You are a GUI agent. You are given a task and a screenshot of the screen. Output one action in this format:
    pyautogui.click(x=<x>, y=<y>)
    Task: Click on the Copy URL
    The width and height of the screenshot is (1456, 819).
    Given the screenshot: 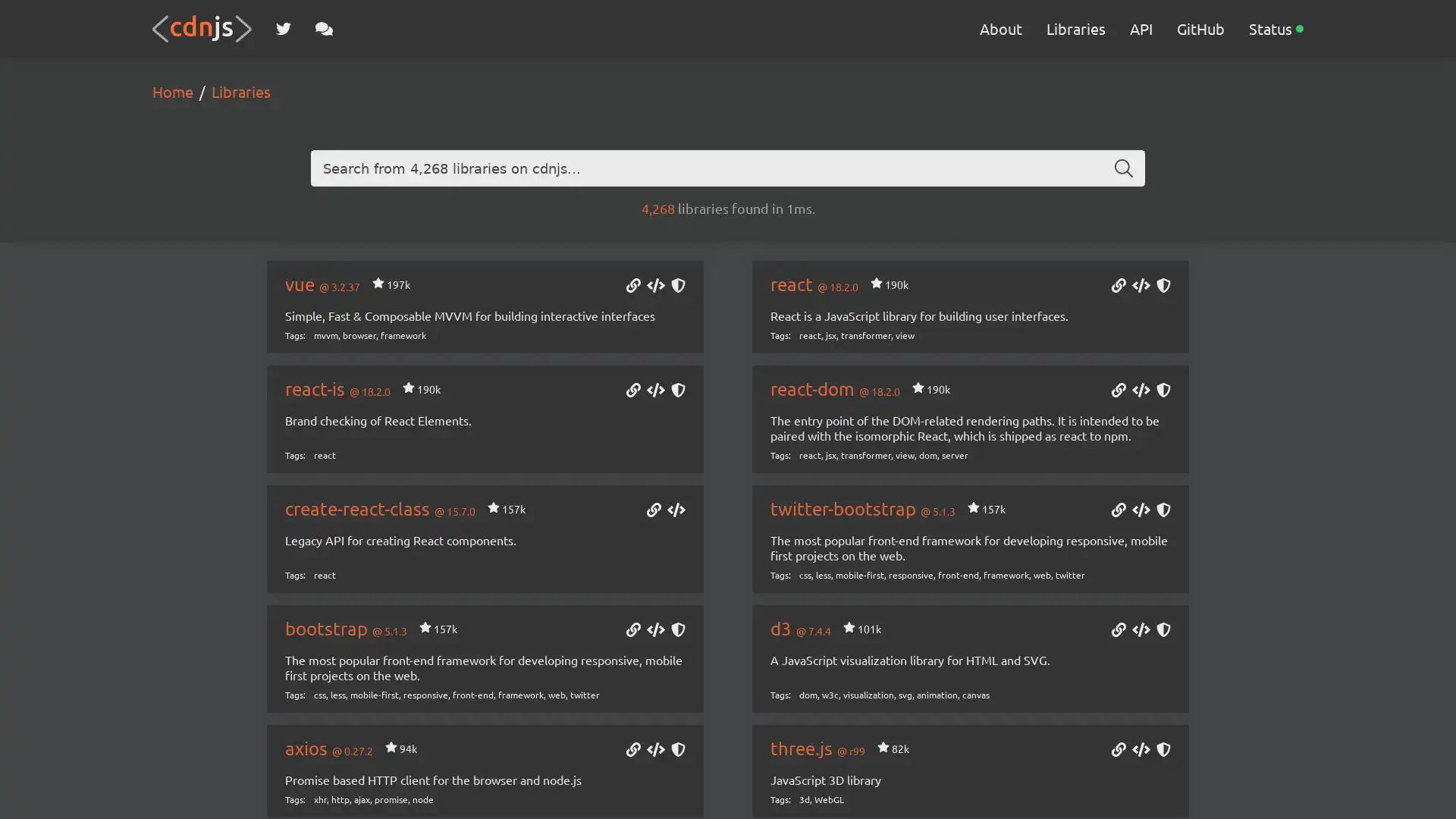 What is the action you would take?
    pyautogui.click(x=632, y=751)
    